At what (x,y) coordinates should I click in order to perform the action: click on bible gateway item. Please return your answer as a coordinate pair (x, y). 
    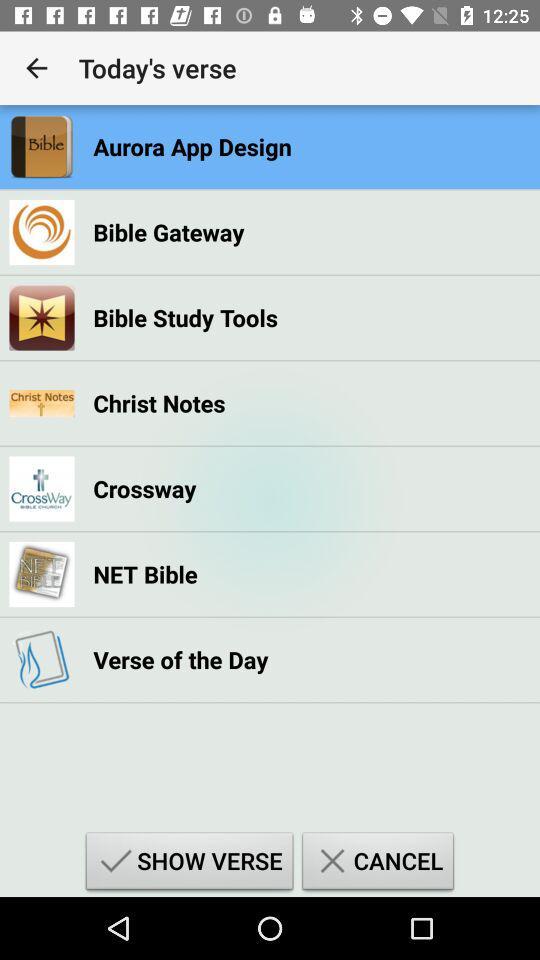
    Looking at the image, I should click on (167, 232).